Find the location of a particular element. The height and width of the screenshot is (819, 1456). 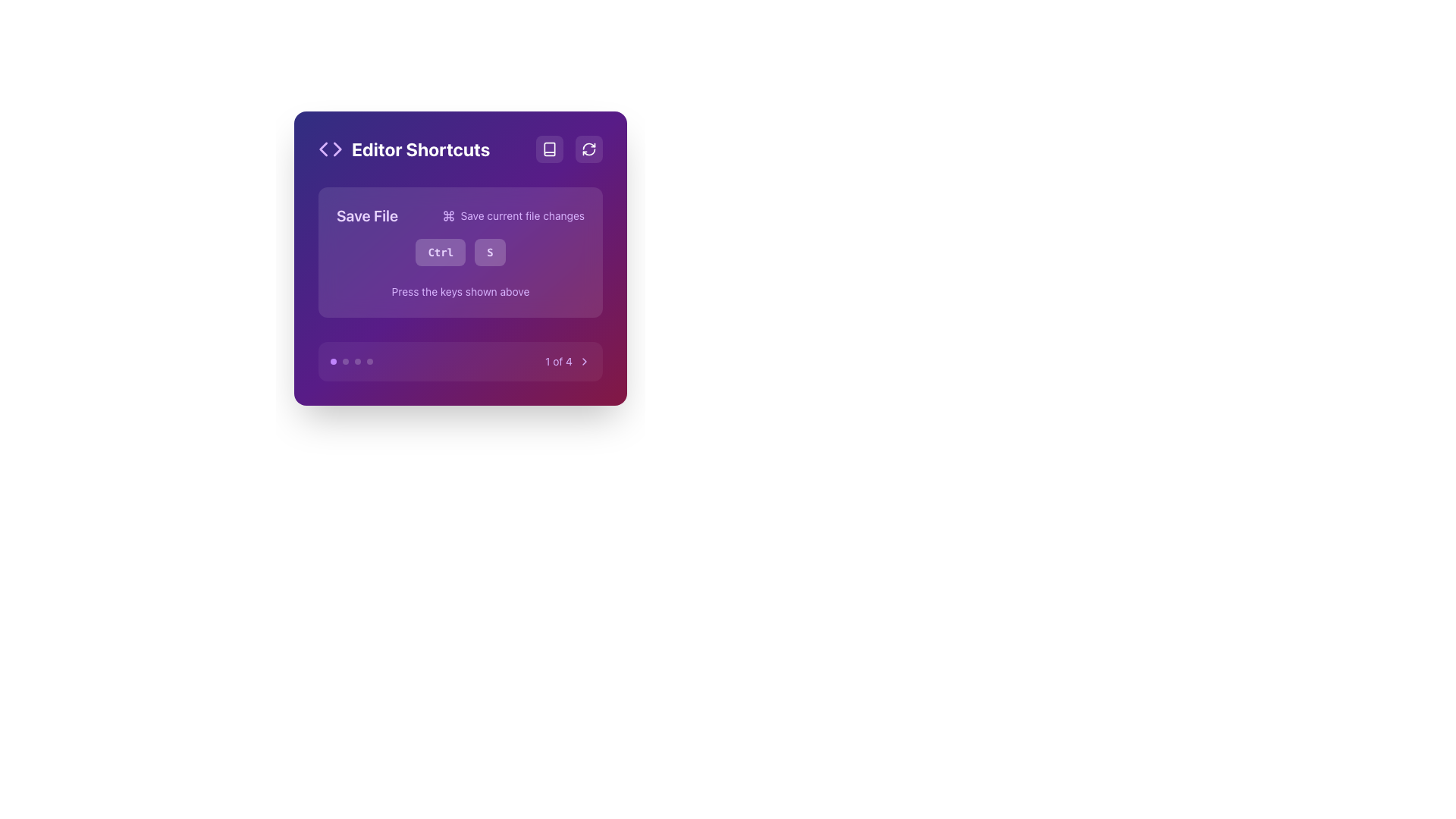

the first pagination dot located at the bottom of the card is located at coordinates (351, 362).